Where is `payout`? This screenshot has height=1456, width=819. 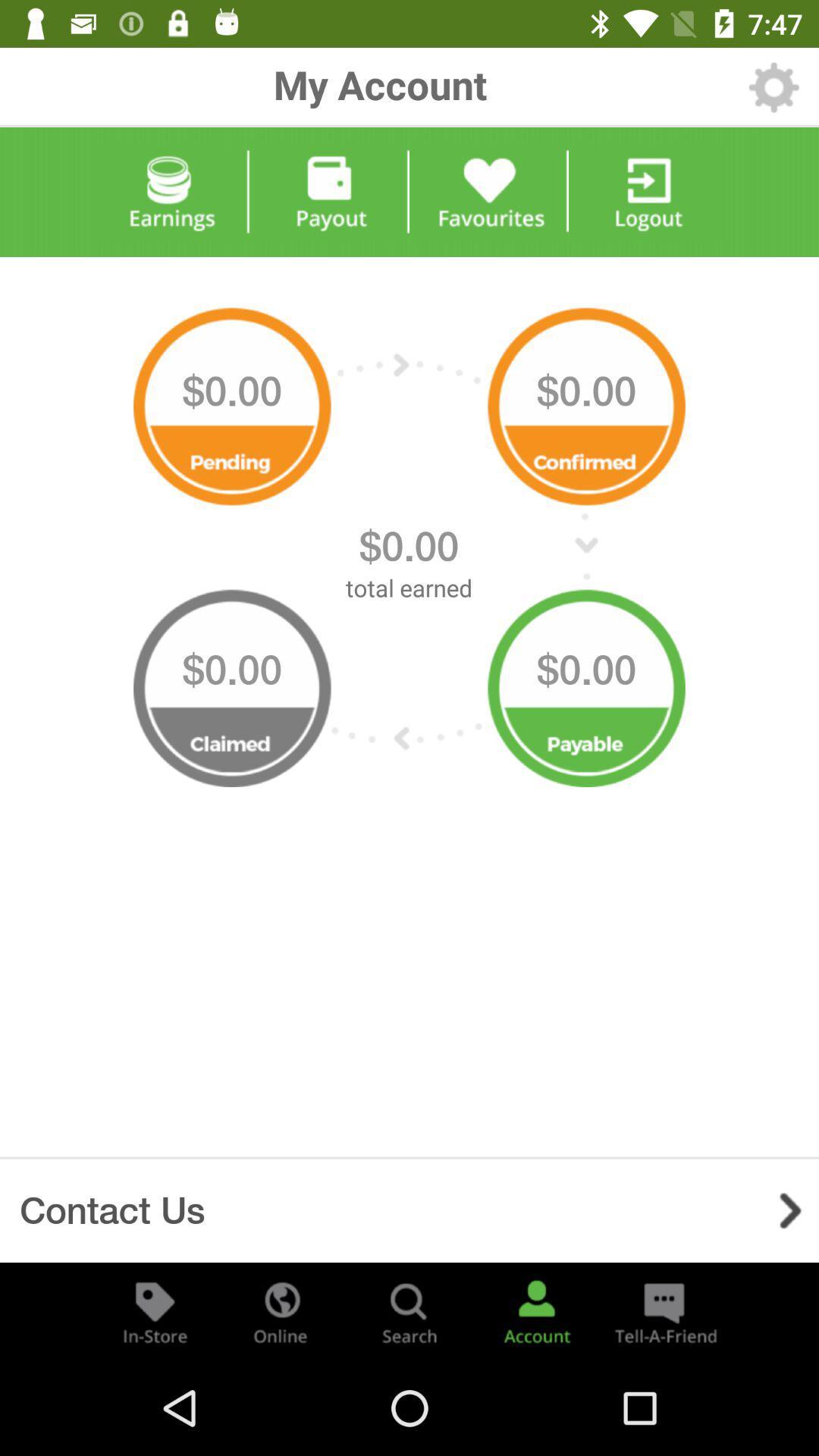
payout is located at coordinates (329, 191).